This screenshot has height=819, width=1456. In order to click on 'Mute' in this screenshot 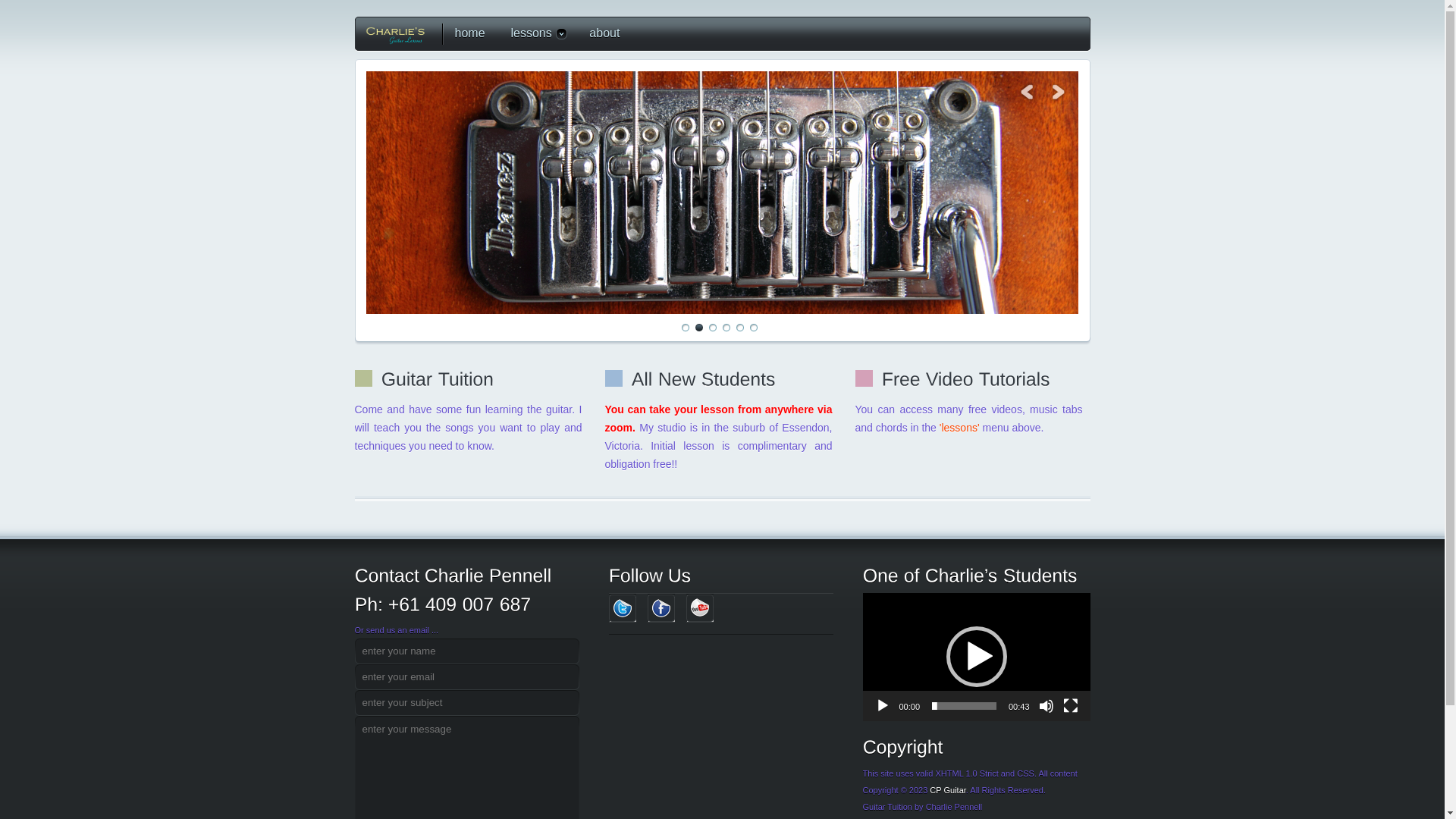, I will do `click(1046, 705)`.